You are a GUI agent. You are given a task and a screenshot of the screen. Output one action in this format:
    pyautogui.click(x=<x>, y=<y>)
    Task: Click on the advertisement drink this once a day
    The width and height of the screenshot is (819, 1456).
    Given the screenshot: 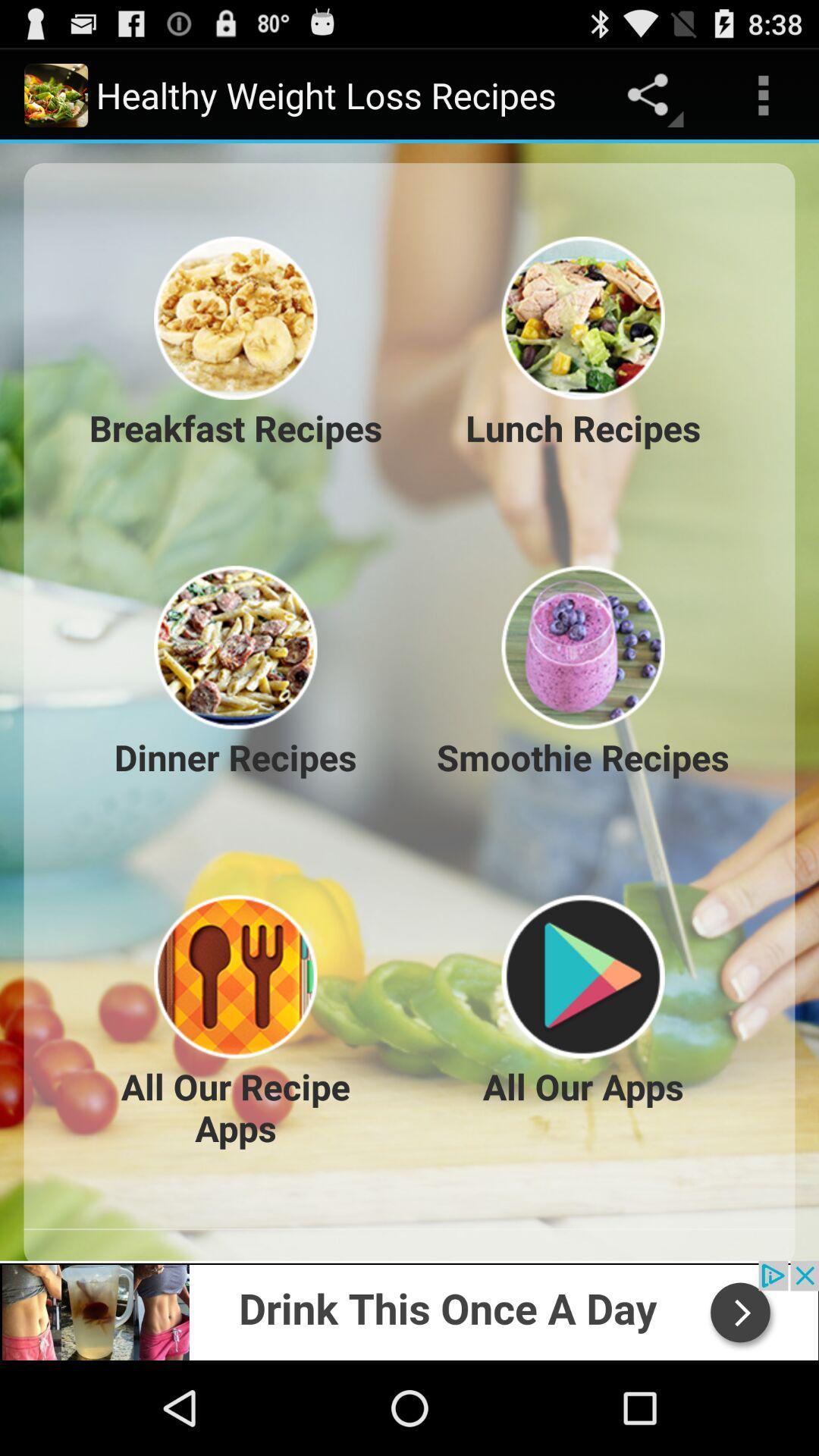 What is the action you would take?
    pyautogui.click(x=409, y=1310)
    